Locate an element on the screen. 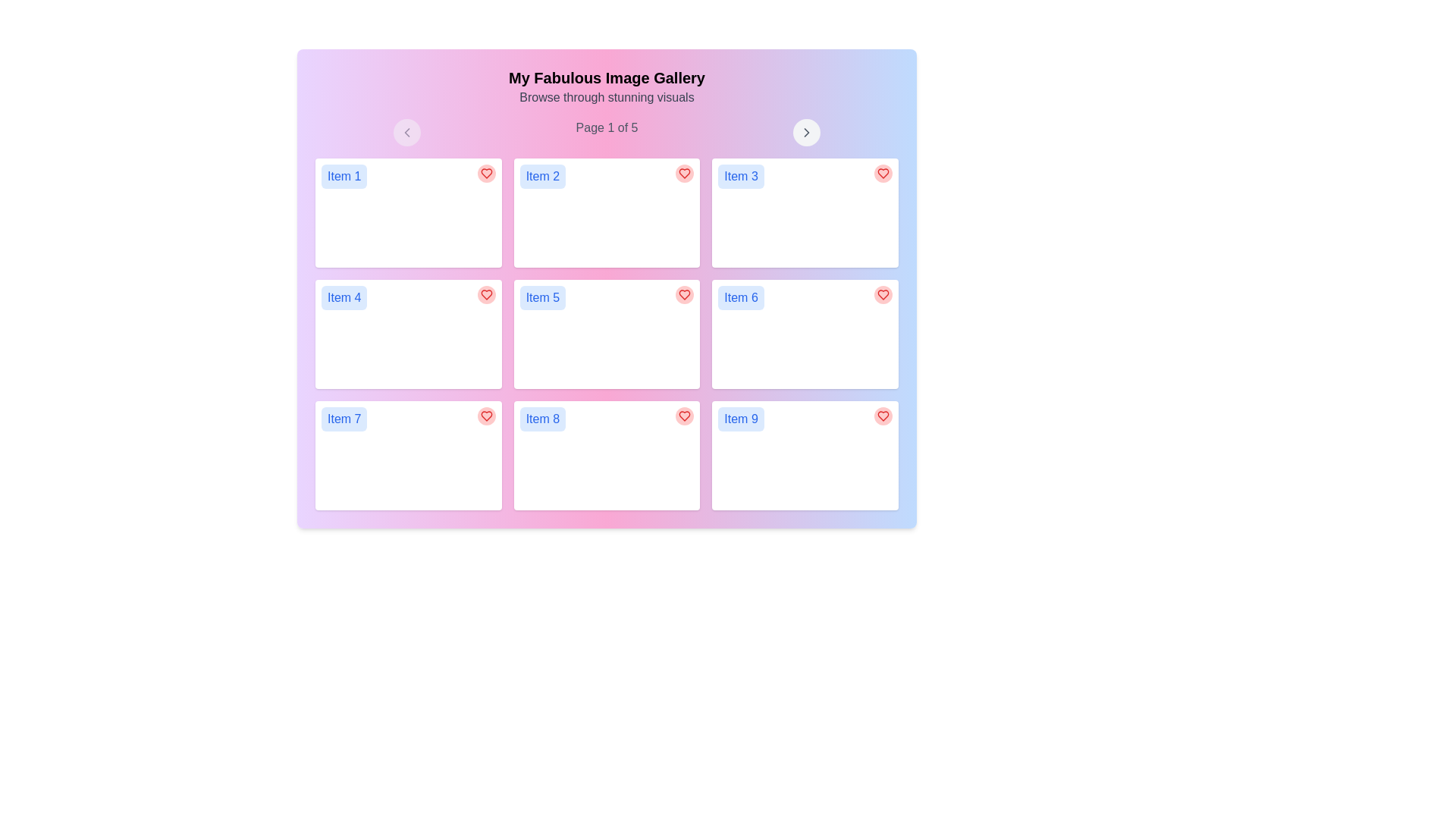 Image resolution: width=1456 pixels, height=819 pixels. the first card in the 3x3 grid layout is located at coordinates (407, 213).